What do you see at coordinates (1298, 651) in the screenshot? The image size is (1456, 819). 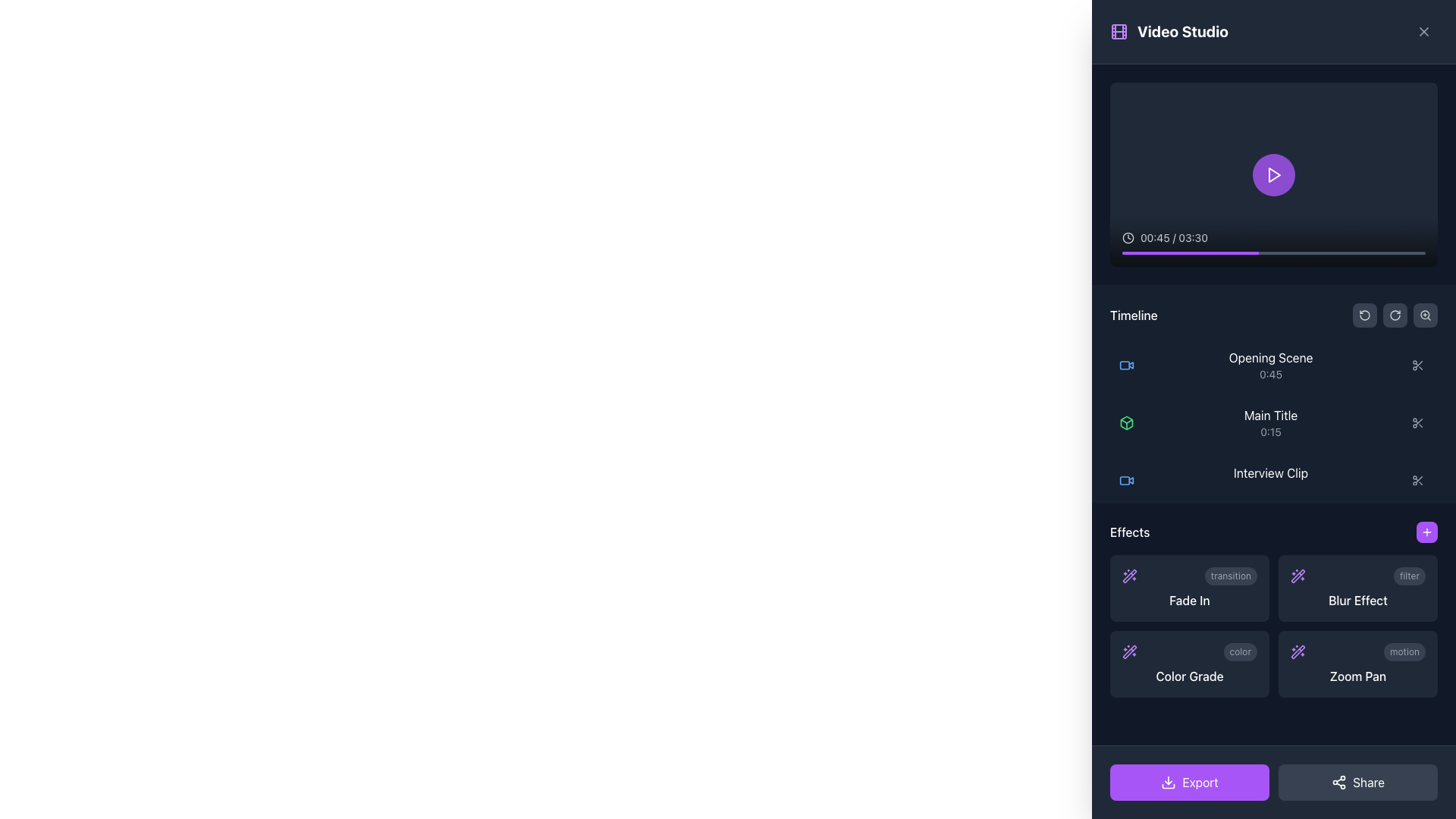 I see `the main diagonal line of the decorative icon representing a magic wand` at bounding box center [1298, 651].